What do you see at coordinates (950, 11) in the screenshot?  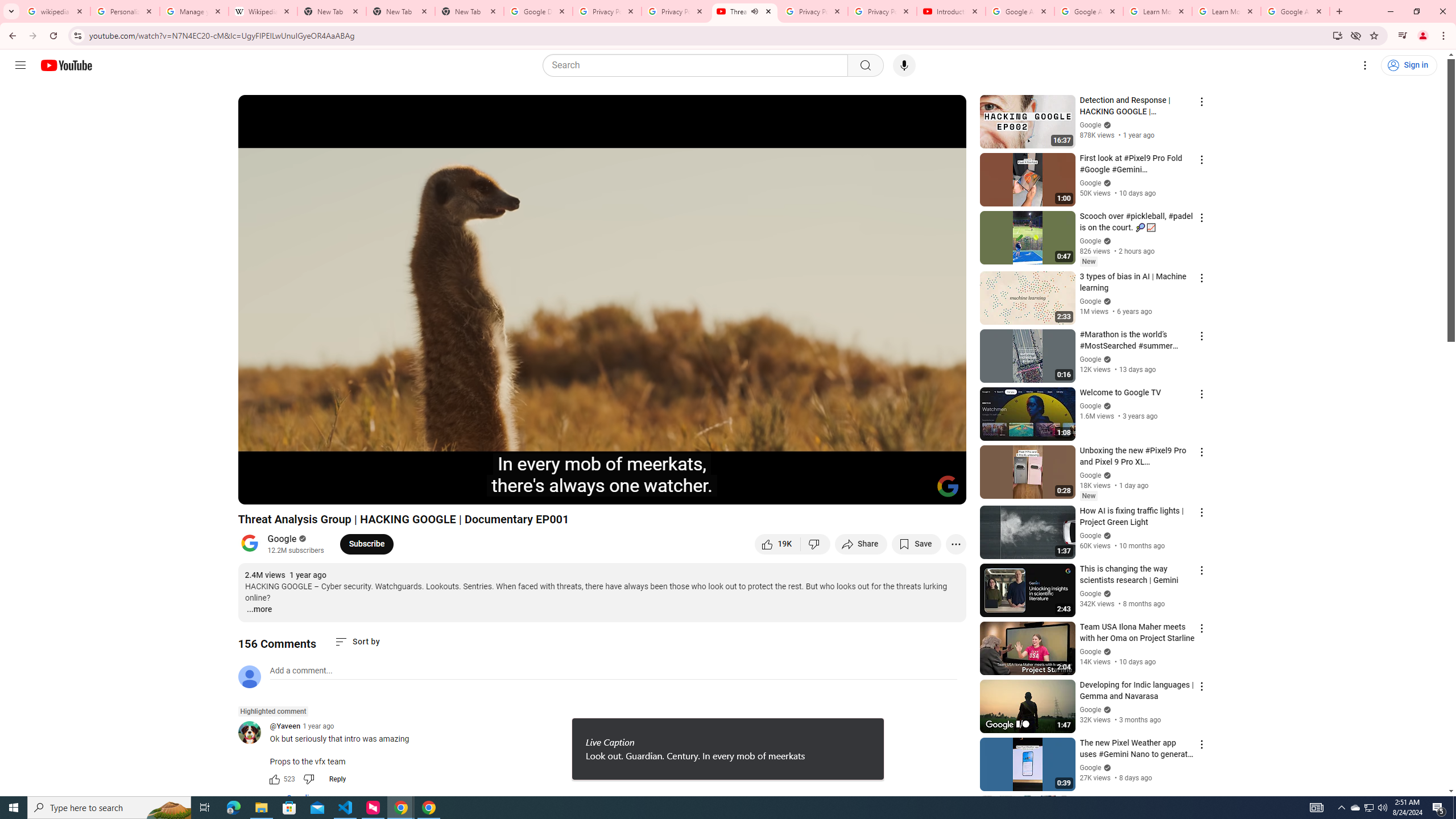 I see `'Introduction | Google Privacy Policy - YouTube'` at bounding box center [950, 11].